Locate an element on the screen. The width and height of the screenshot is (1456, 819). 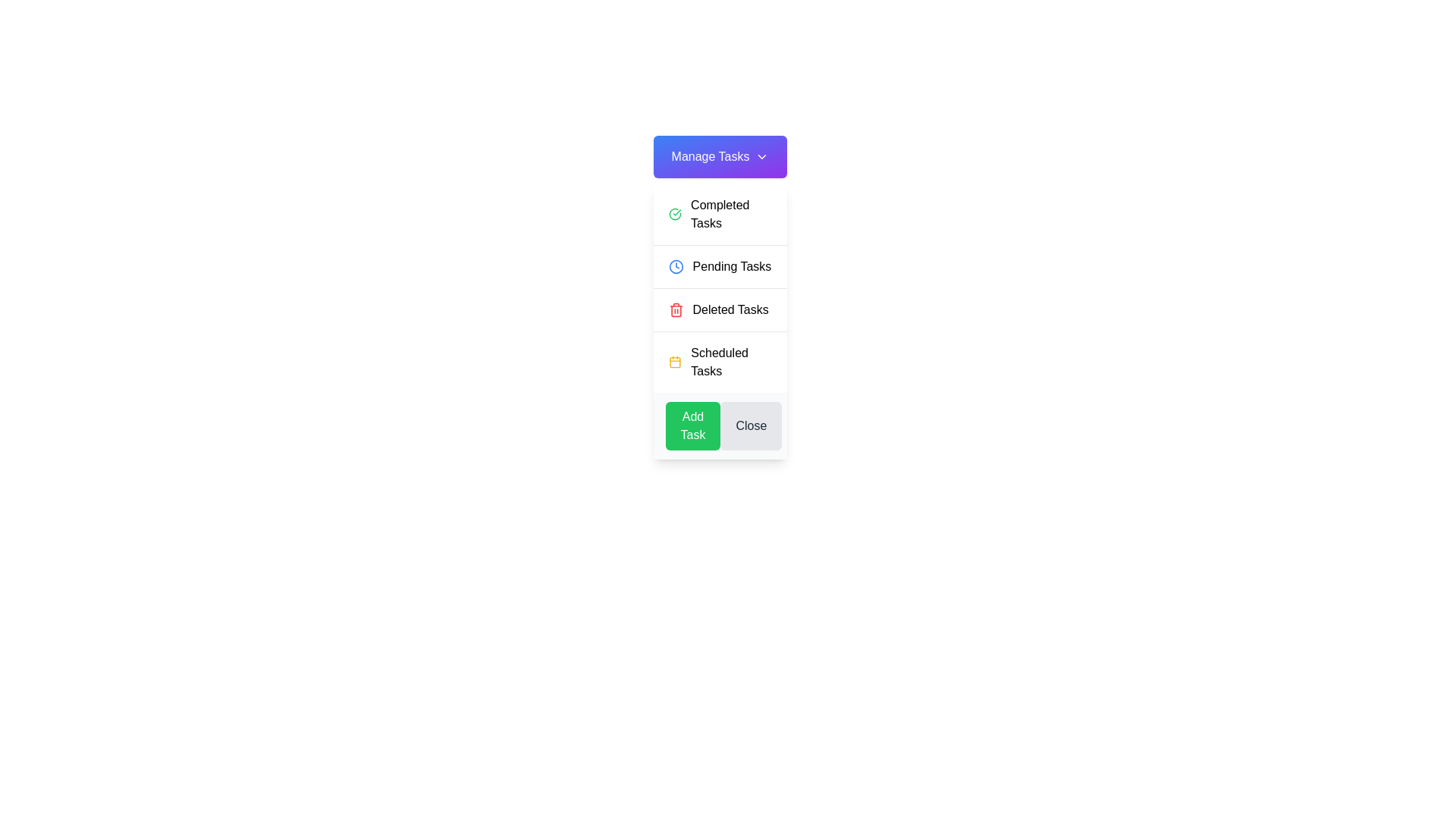
the downward-pointing chevron SVG icon located to the right of the 'Manage Tasks' button text is located at coordinates (762, 157).